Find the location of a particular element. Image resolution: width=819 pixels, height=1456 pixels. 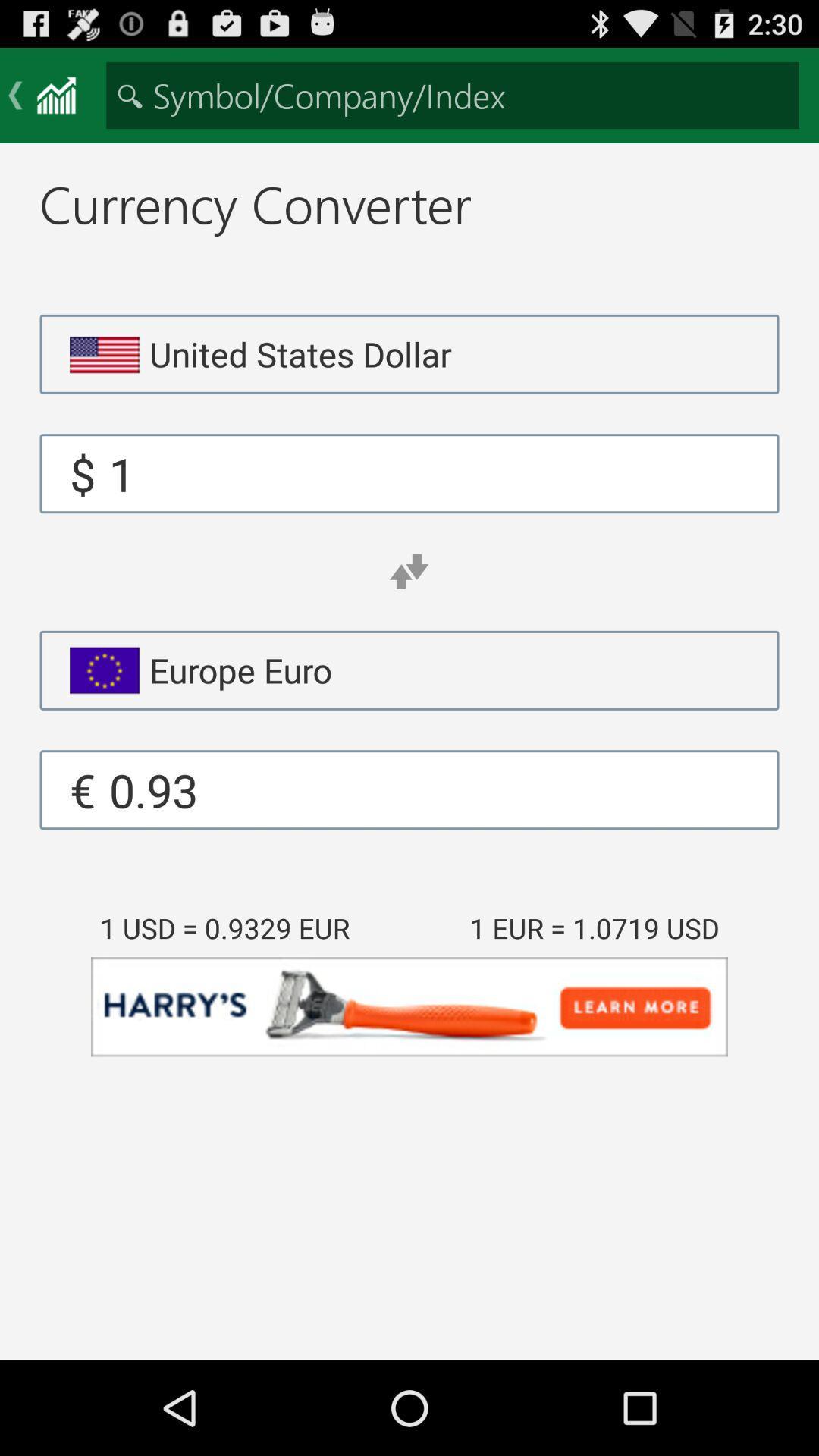

symbol/company/index is located at coordinates (452, 94).